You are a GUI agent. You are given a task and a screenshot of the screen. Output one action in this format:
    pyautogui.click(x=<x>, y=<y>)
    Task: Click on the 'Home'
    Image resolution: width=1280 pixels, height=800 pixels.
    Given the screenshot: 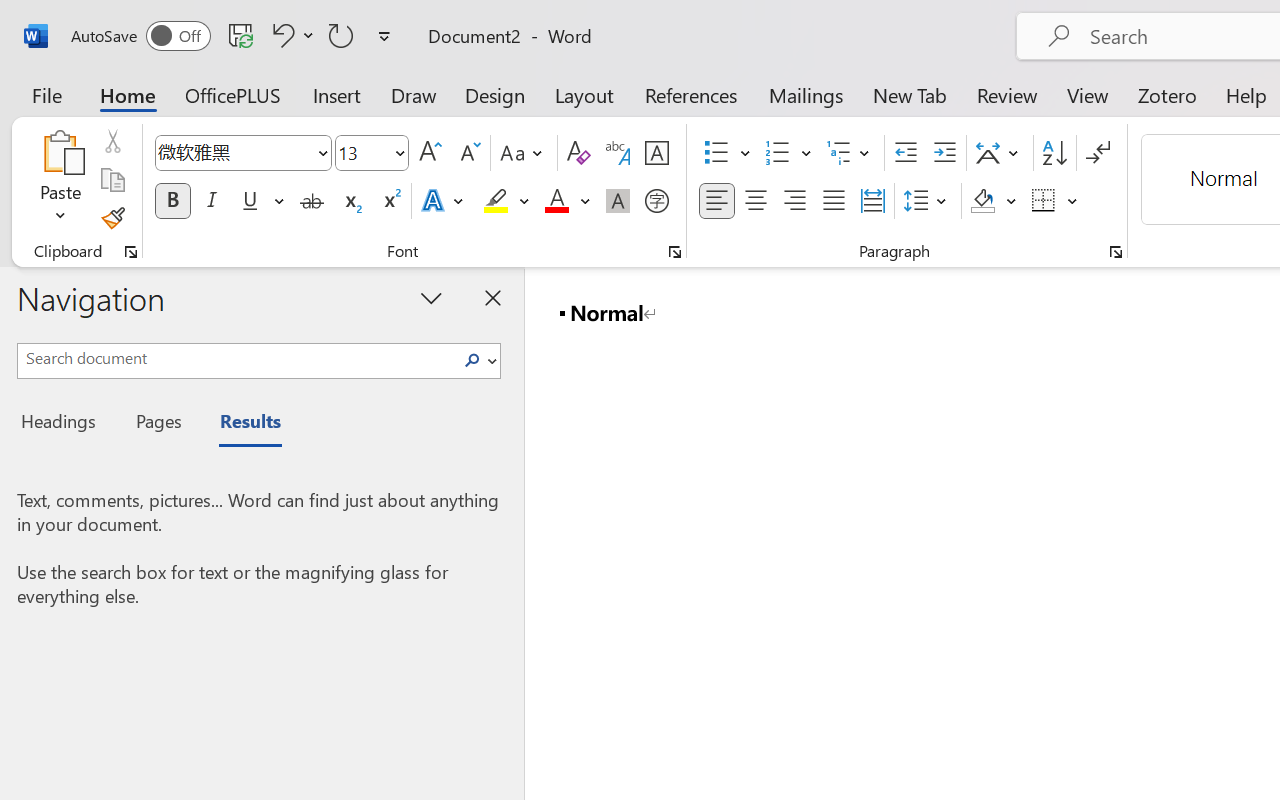 What is the action you would take?
    pyautogui.click(x=127, y=94)
    